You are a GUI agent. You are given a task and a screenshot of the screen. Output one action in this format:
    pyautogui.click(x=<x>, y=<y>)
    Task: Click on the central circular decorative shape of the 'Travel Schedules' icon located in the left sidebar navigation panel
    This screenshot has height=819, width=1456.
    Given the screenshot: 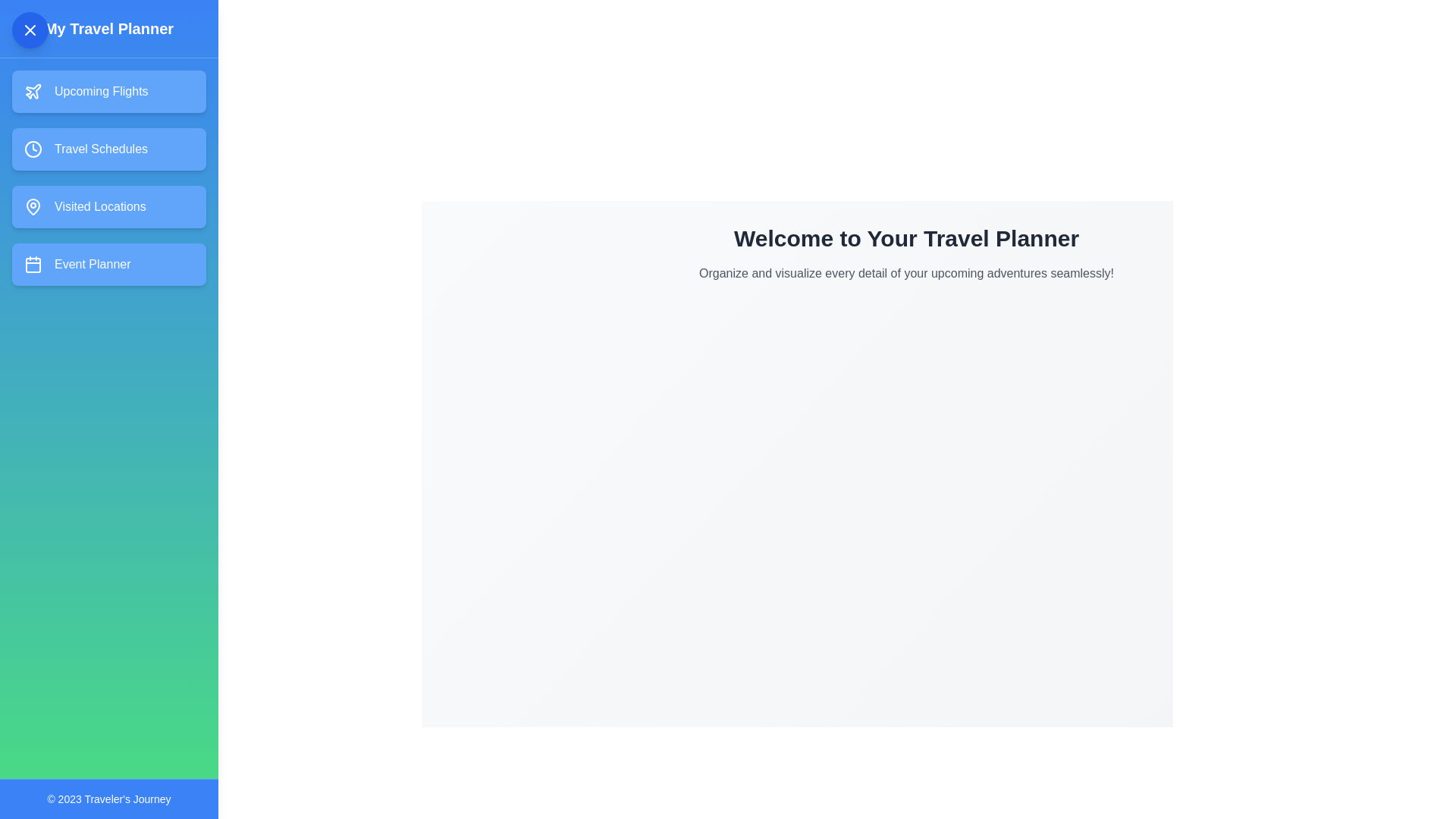 What is the action you would take?
    pyautogui.click(x=33, y=149)
    